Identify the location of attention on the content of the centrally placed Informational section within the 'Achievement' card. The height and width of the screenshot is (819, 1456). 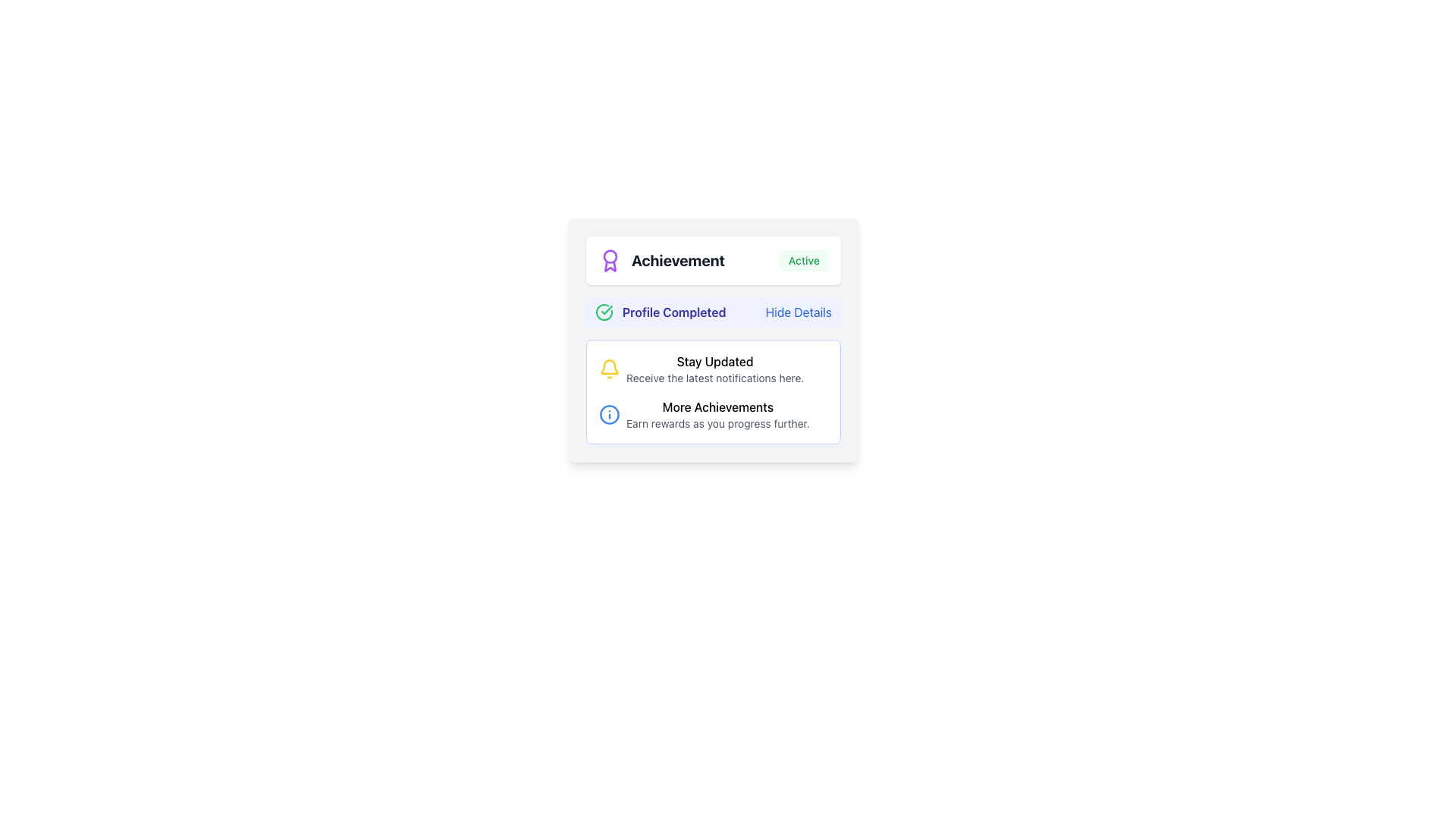
(712, 391).